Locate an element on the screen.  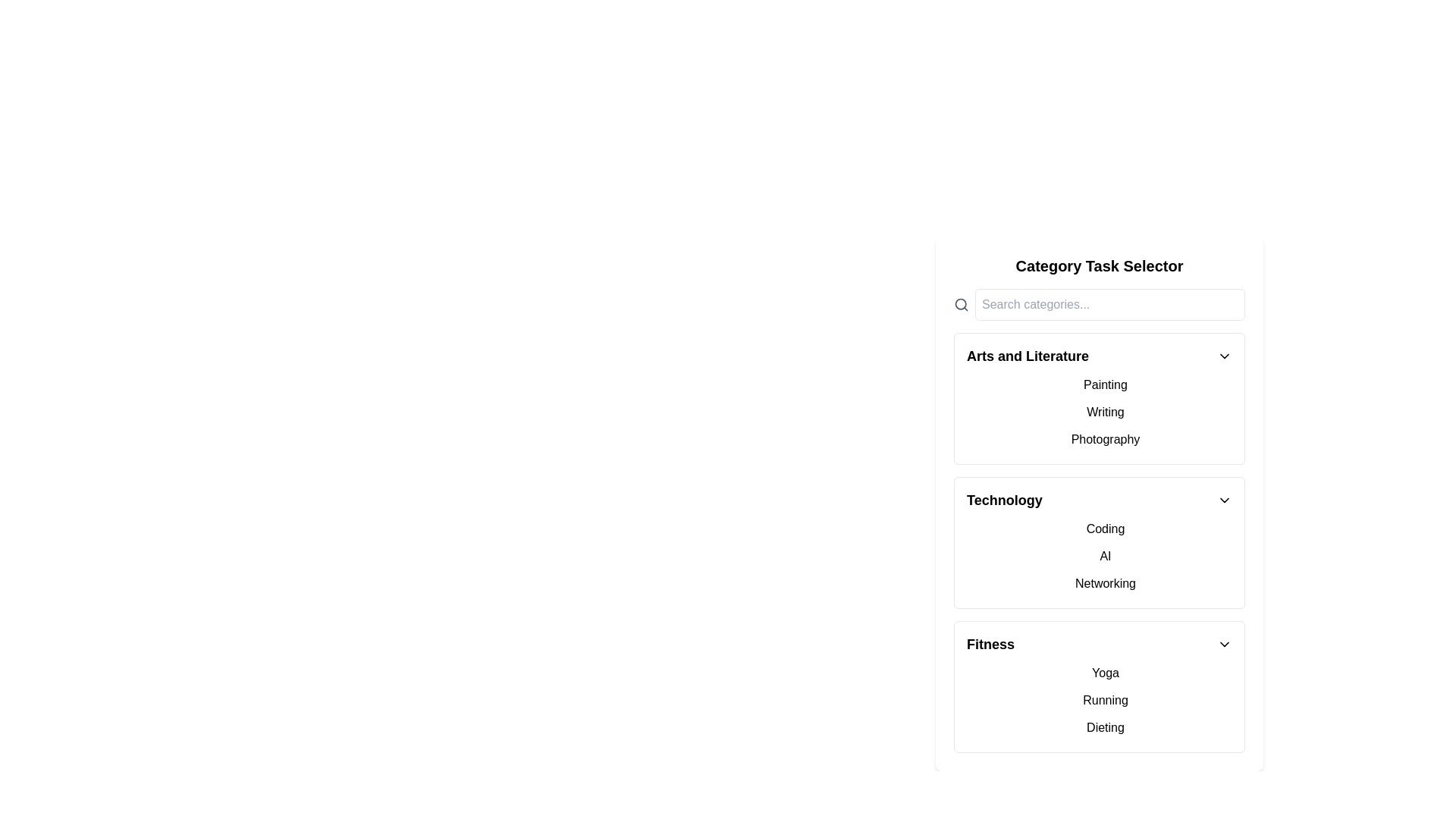
the 'Photography' selectable list item located is located at coordinates (1106, 439).